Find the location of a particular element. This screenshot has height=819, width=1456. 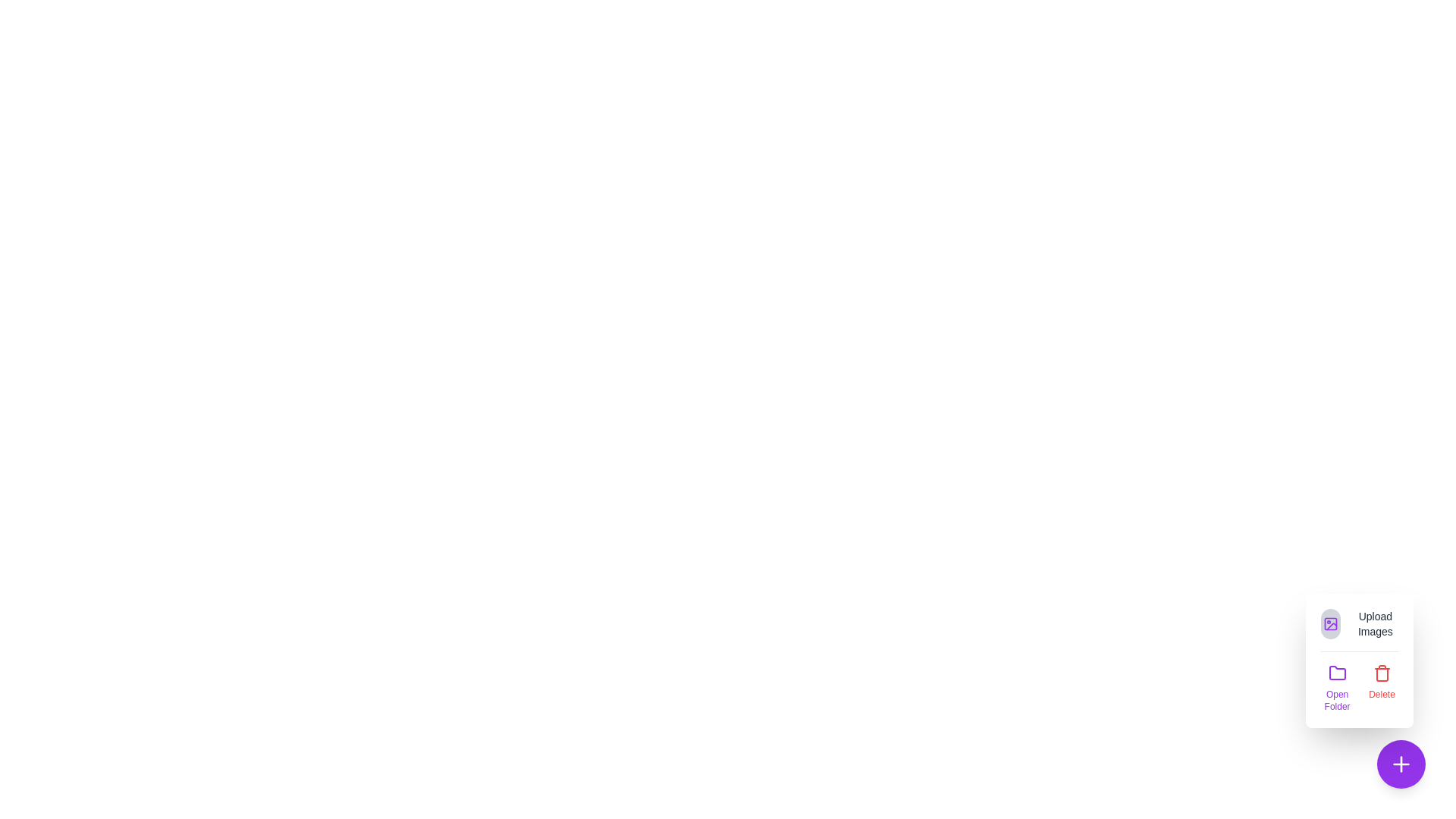

the circular purple button with a white plus sign (+) icon located at the bottom-right corner of the interface is located at coordinates (1401, 764).